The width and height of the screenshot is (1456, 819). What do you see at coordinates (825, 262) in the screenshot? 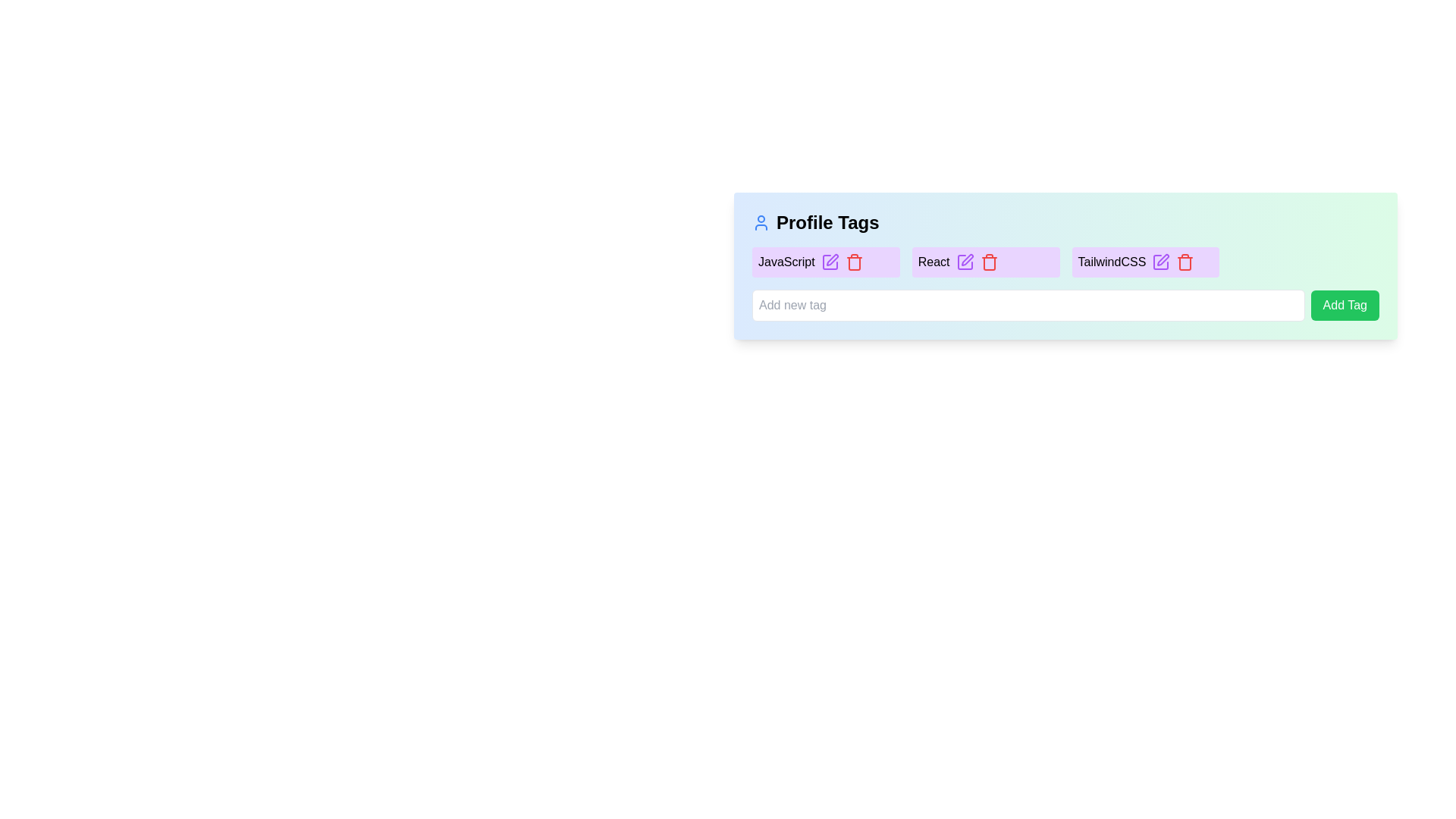
I see `the edit icon on the 'JavaScript' tag badge, which is a rectangular badge with a light purple background and contains the text 'JavaScript' aligned to the left side, with an edit icon (purple) on the right end` at bounding box center [825, 262].